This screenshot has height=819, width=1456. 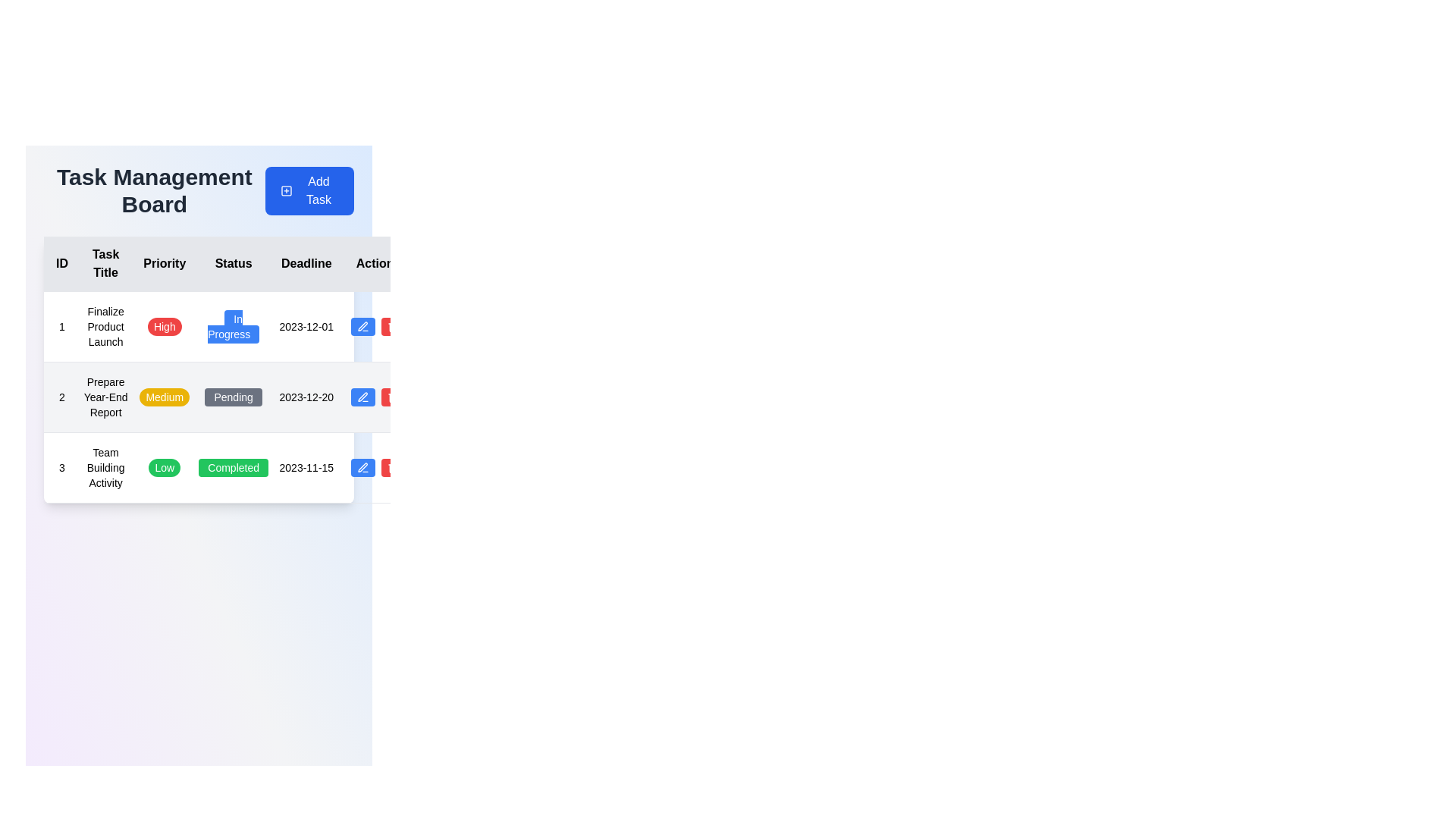 I want to click on the status information represented by the blue label with white text reading 'In Progress', located in the 'Status' column of the first row of the task table, aligned with 'Finalize Product Launch', so click(x=233, y=326).